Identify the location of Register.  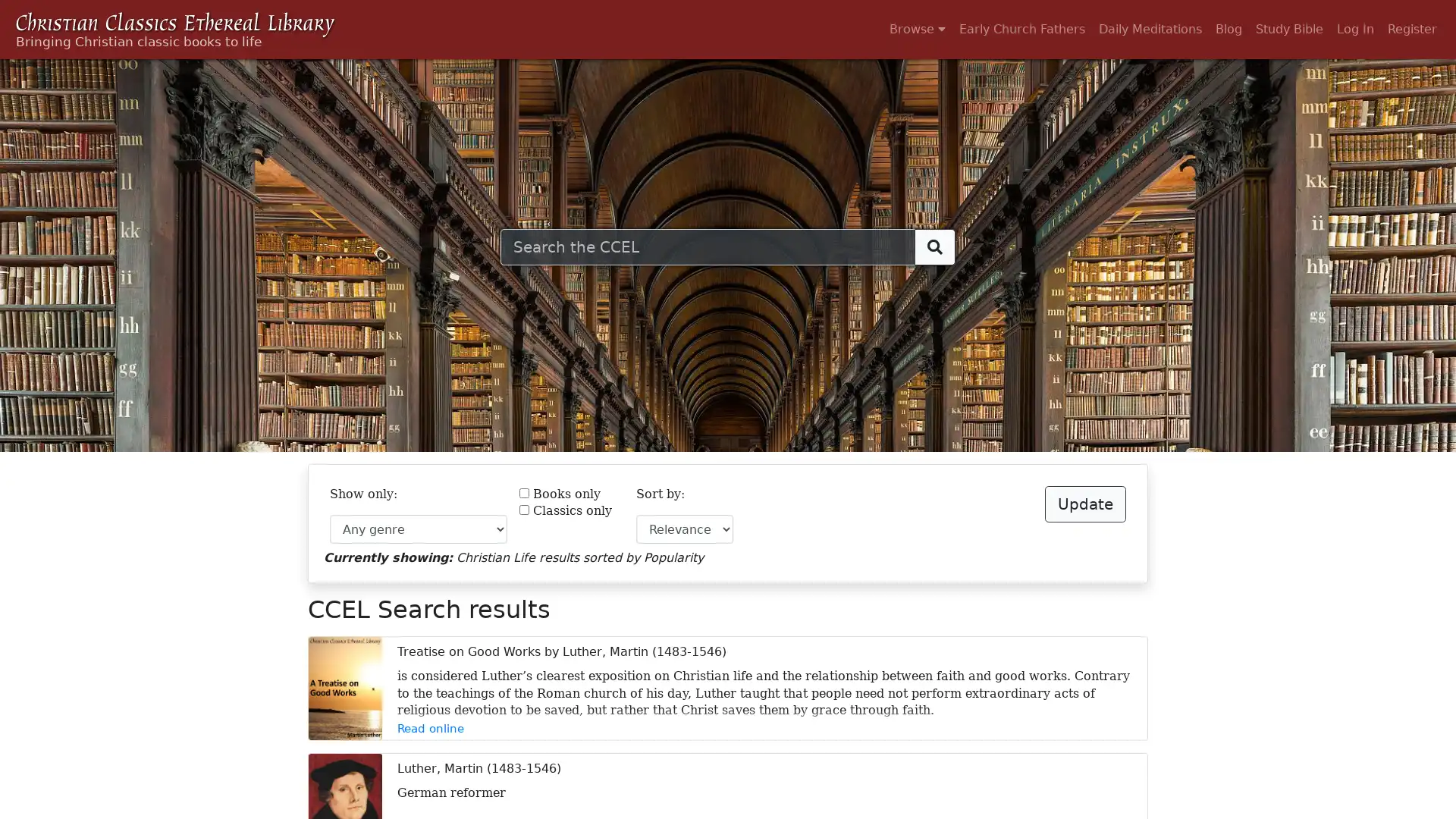
(1411, 29).